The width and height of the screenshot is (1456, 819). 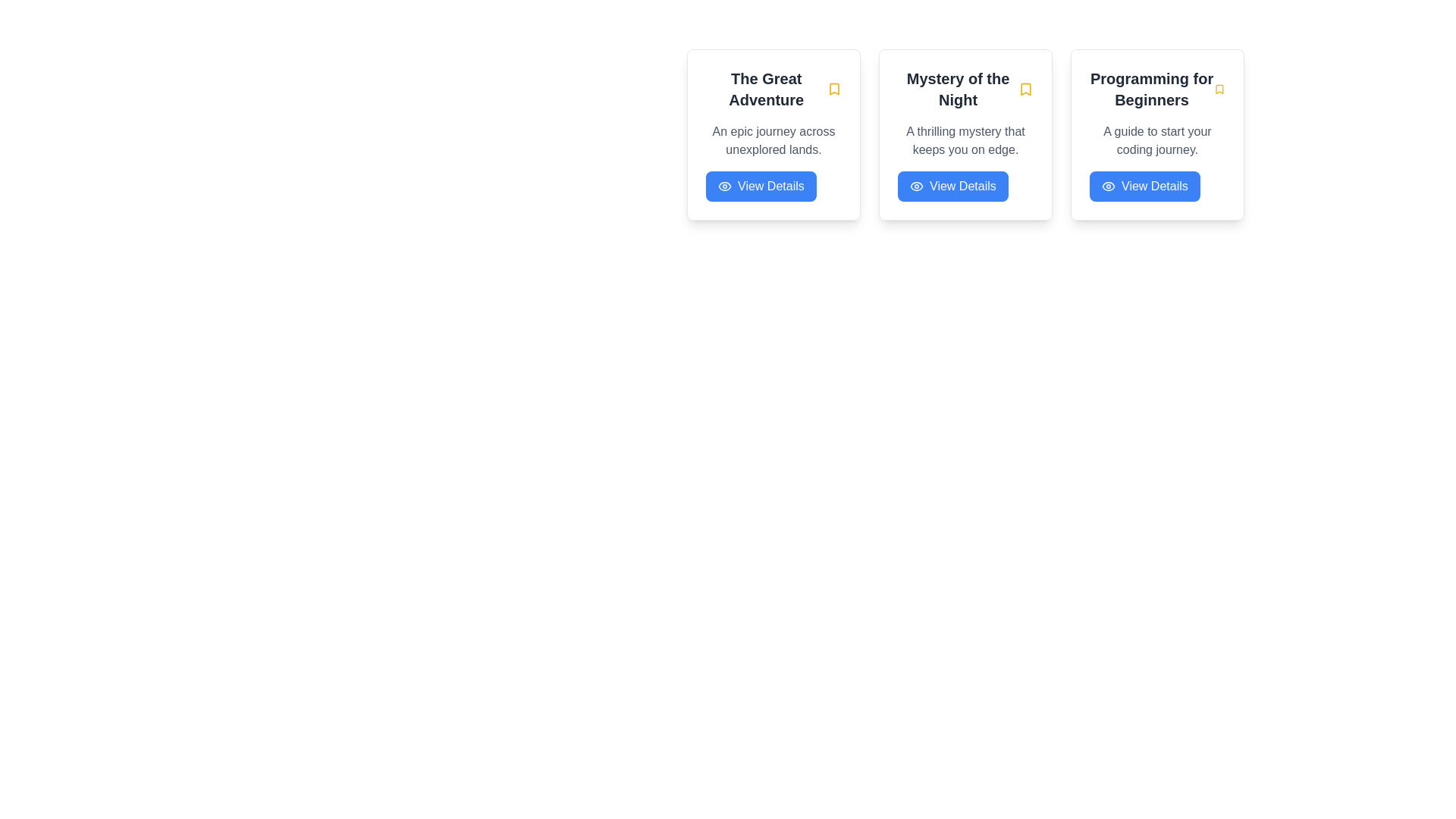 What do you see at coordinates (965, 140) in the screenshot?
I see `the Static Text element that reads 'A thrilling mystery that keeps you on edge.' which is located below the title 'Mystery of the Night' in the middle card` at bounding box center [965, 140].